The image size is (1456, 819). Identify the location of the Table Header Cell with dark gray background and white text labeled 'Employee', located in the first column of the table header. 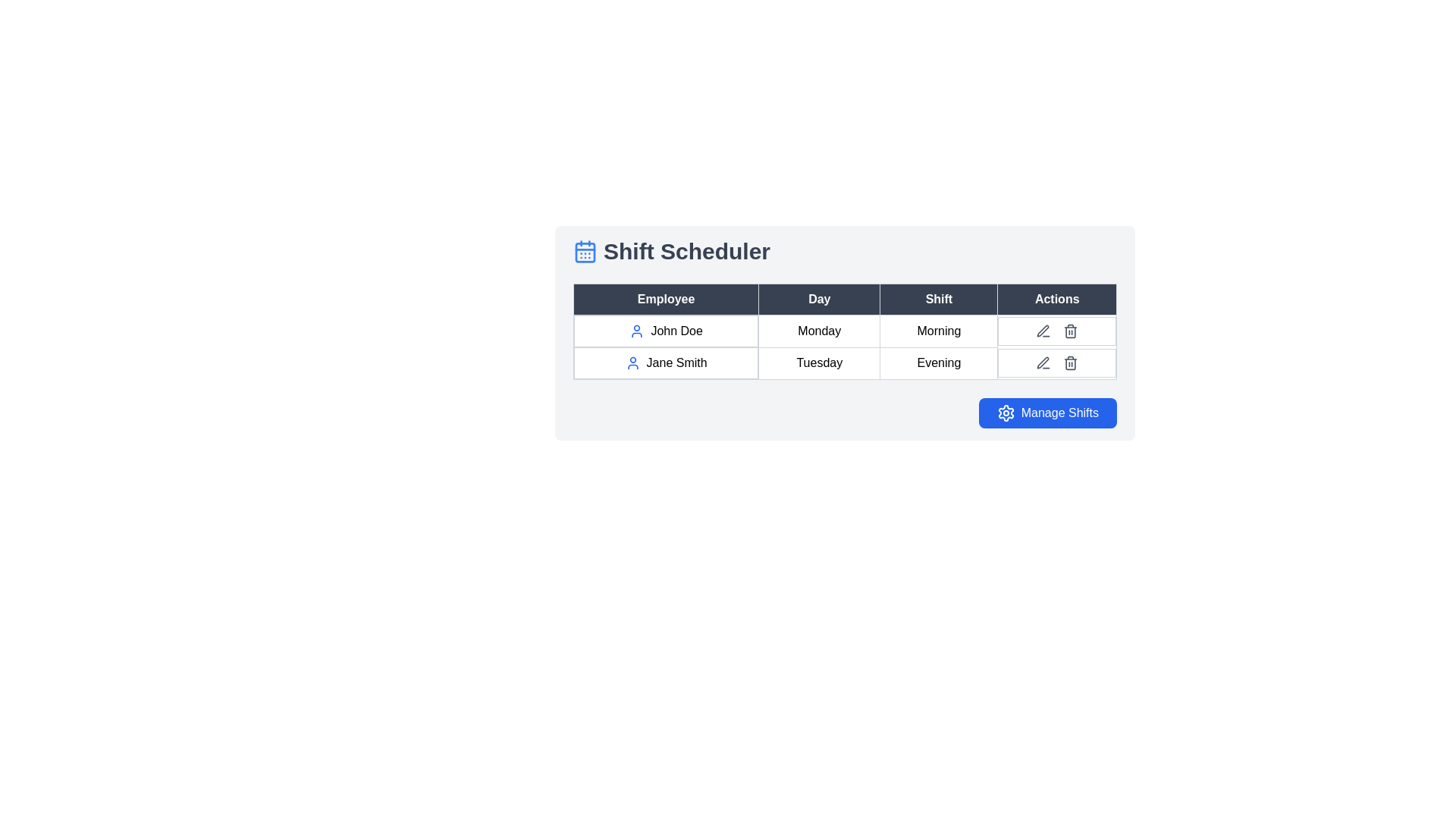
(666, 299).